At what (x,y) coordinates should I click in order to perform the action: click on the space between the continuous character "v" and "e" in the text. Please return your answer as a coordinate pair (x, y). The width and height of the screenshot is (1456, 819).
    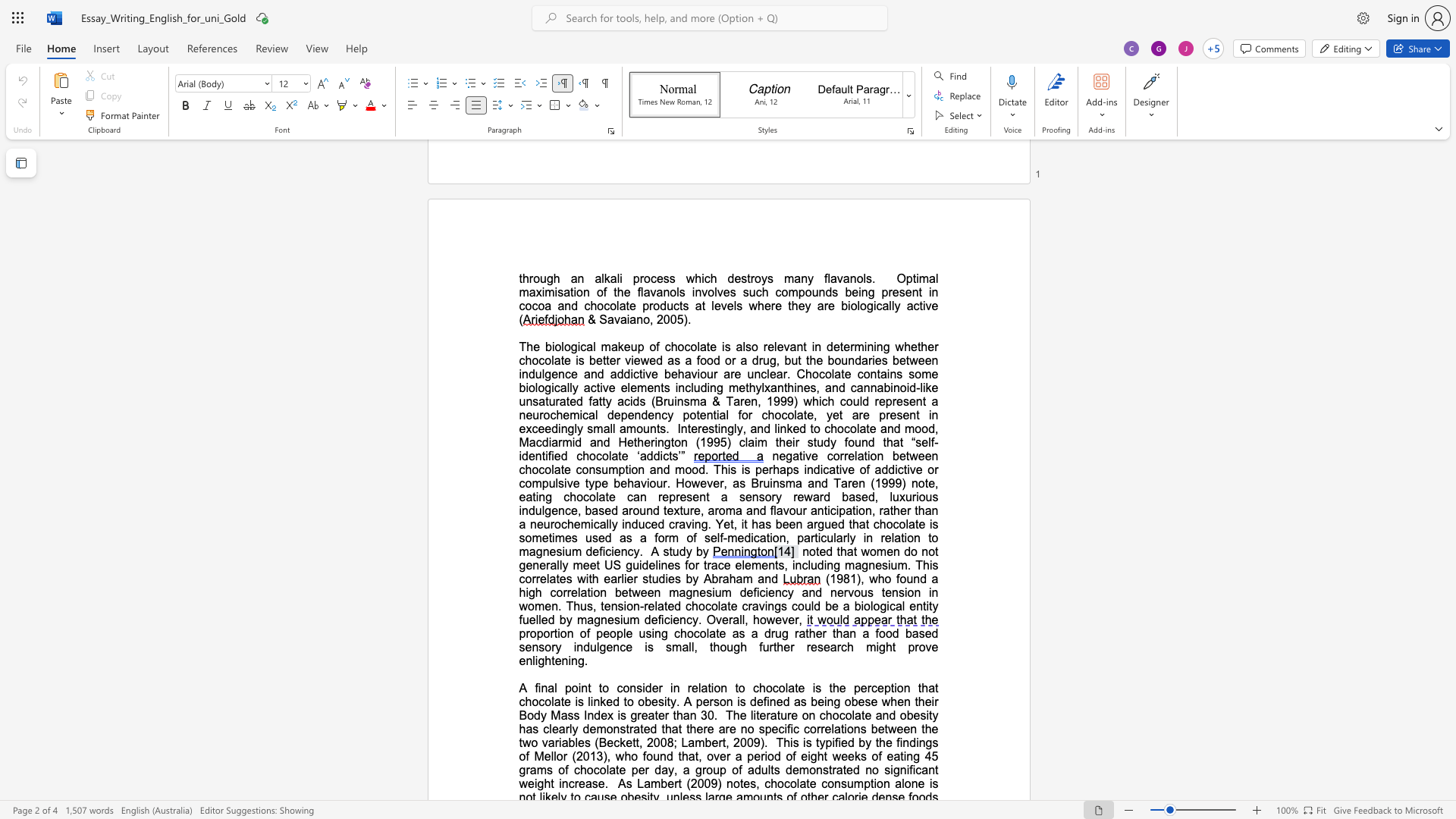
    Looking at the image, I should click on (847, 469).